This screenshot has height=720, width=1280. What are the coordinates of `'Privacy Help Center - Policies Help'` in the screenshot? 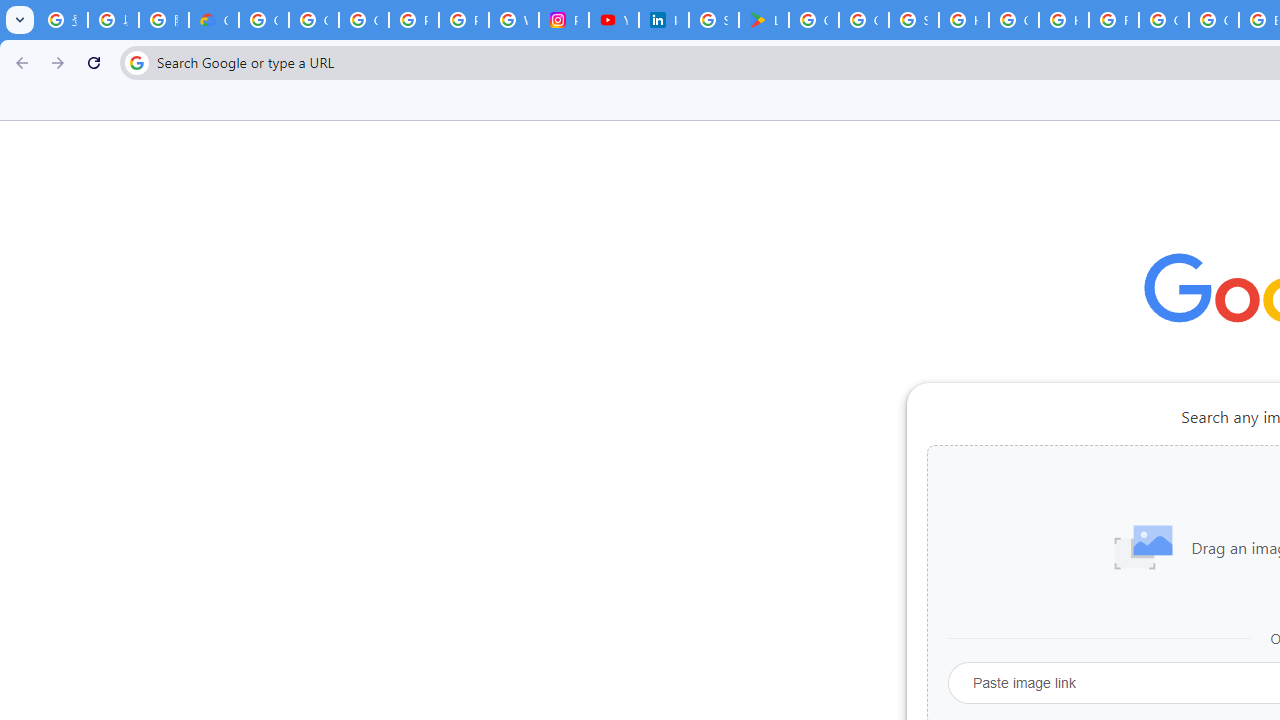 It's located at (463, 20).